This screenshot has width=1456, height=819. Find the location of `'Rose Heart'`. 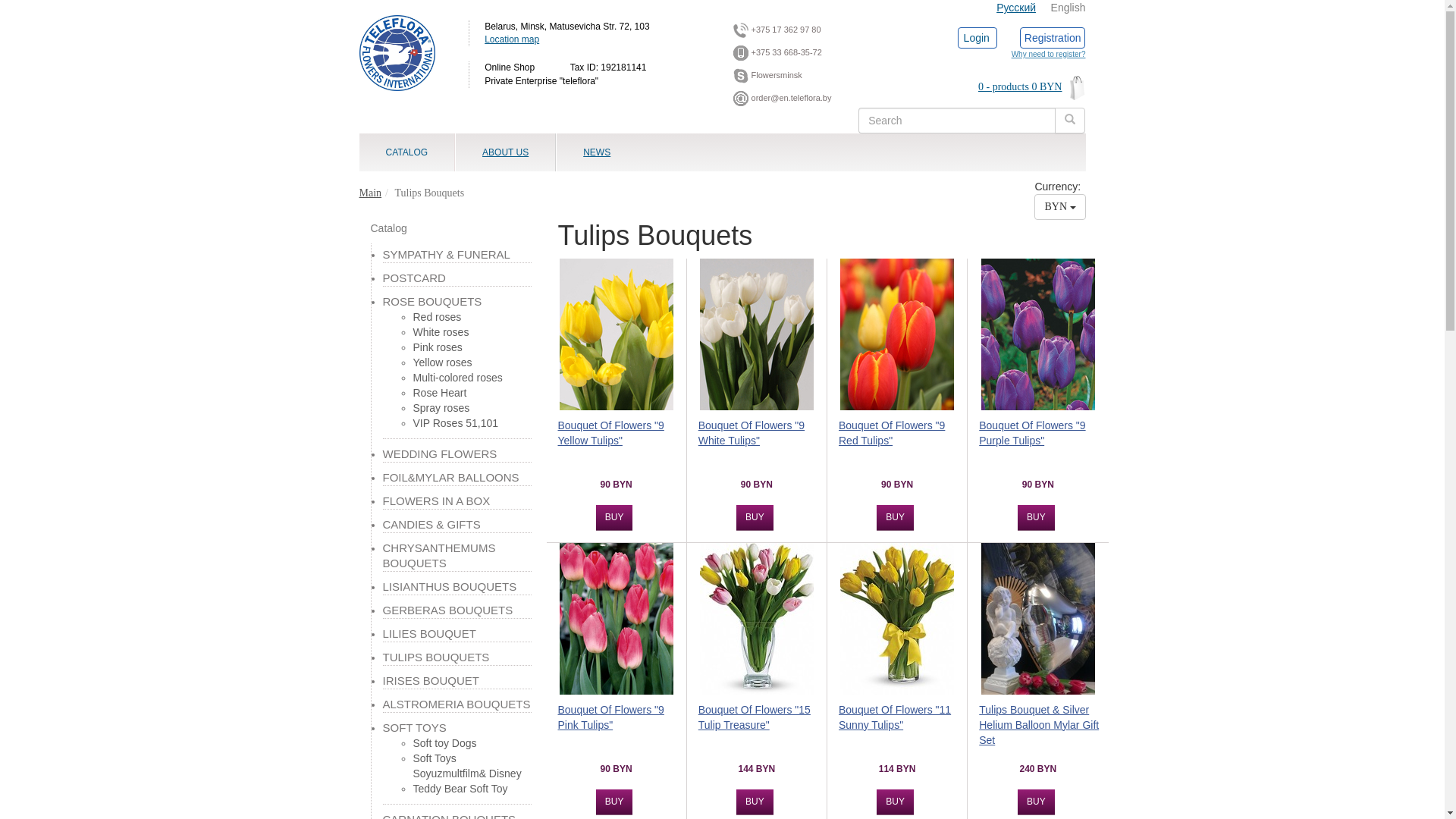

'Rose Heart' is located at coordinates (438, 391).